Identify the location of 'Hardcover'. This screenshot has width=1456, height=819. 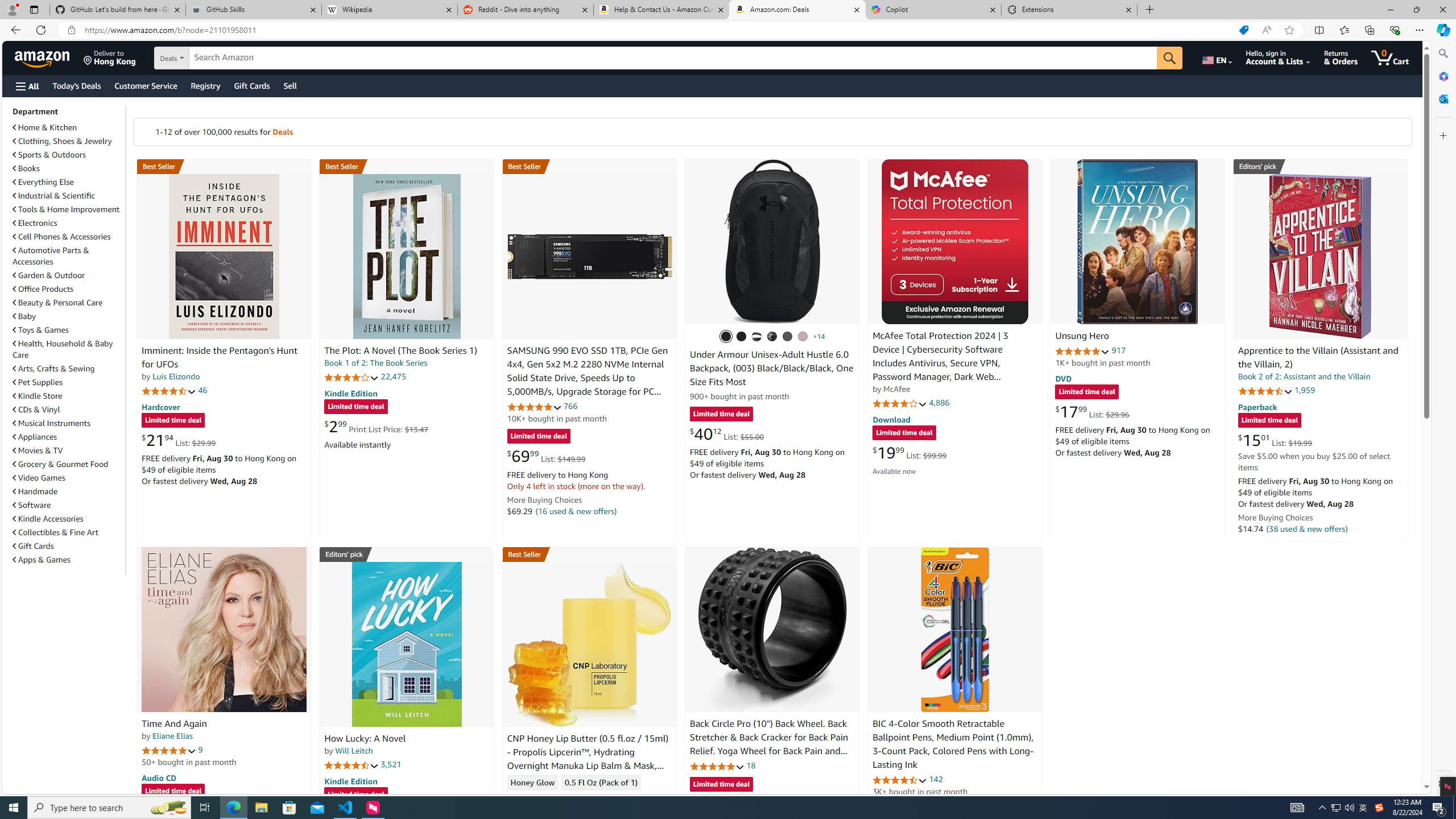
(160, 406).